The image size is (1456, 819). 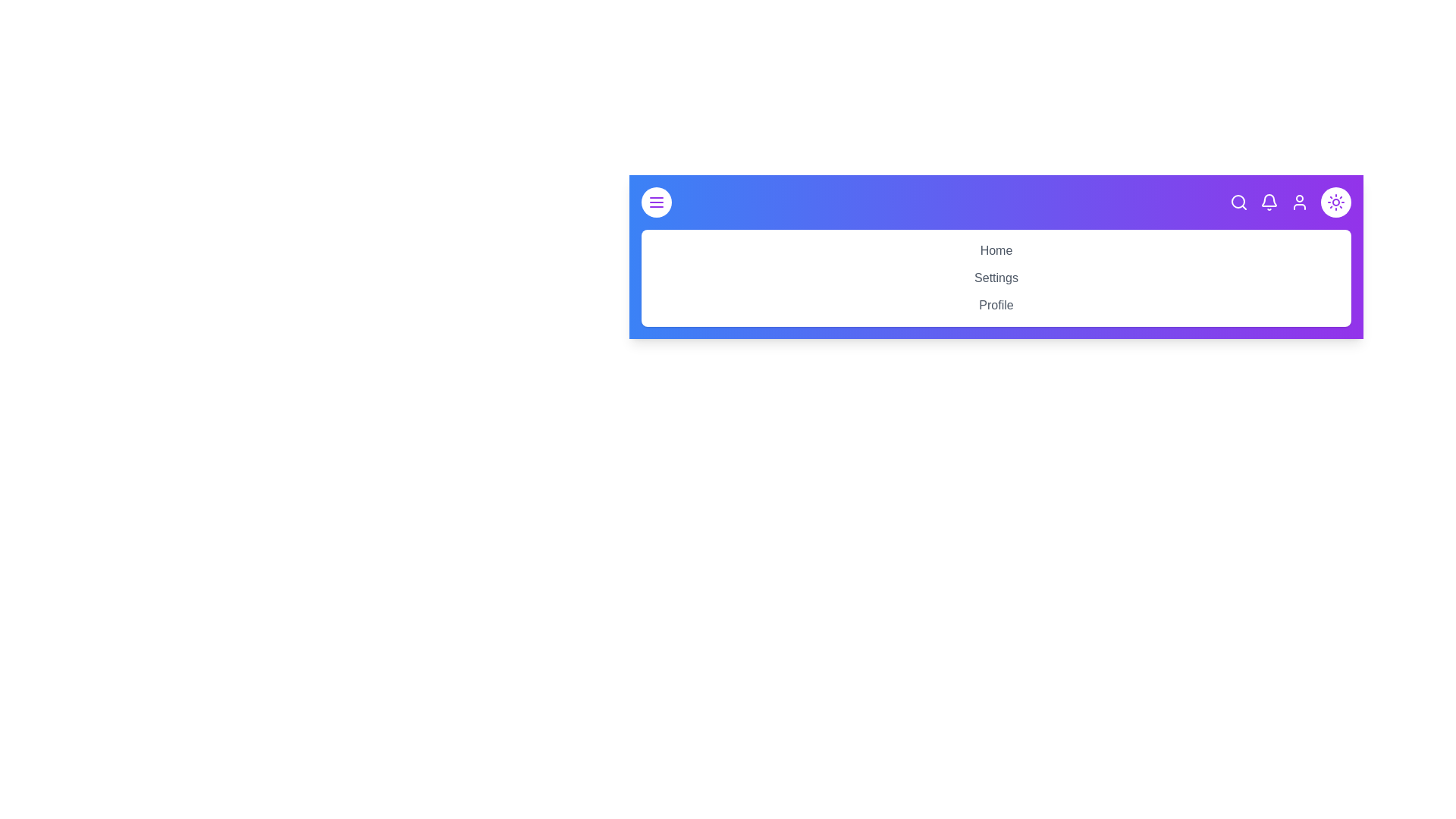 What do you see at coordinates (656, 201) in the screenshot?
I see `menu toggle button to toggle the menu visibility` at bounding box center [656, 201].